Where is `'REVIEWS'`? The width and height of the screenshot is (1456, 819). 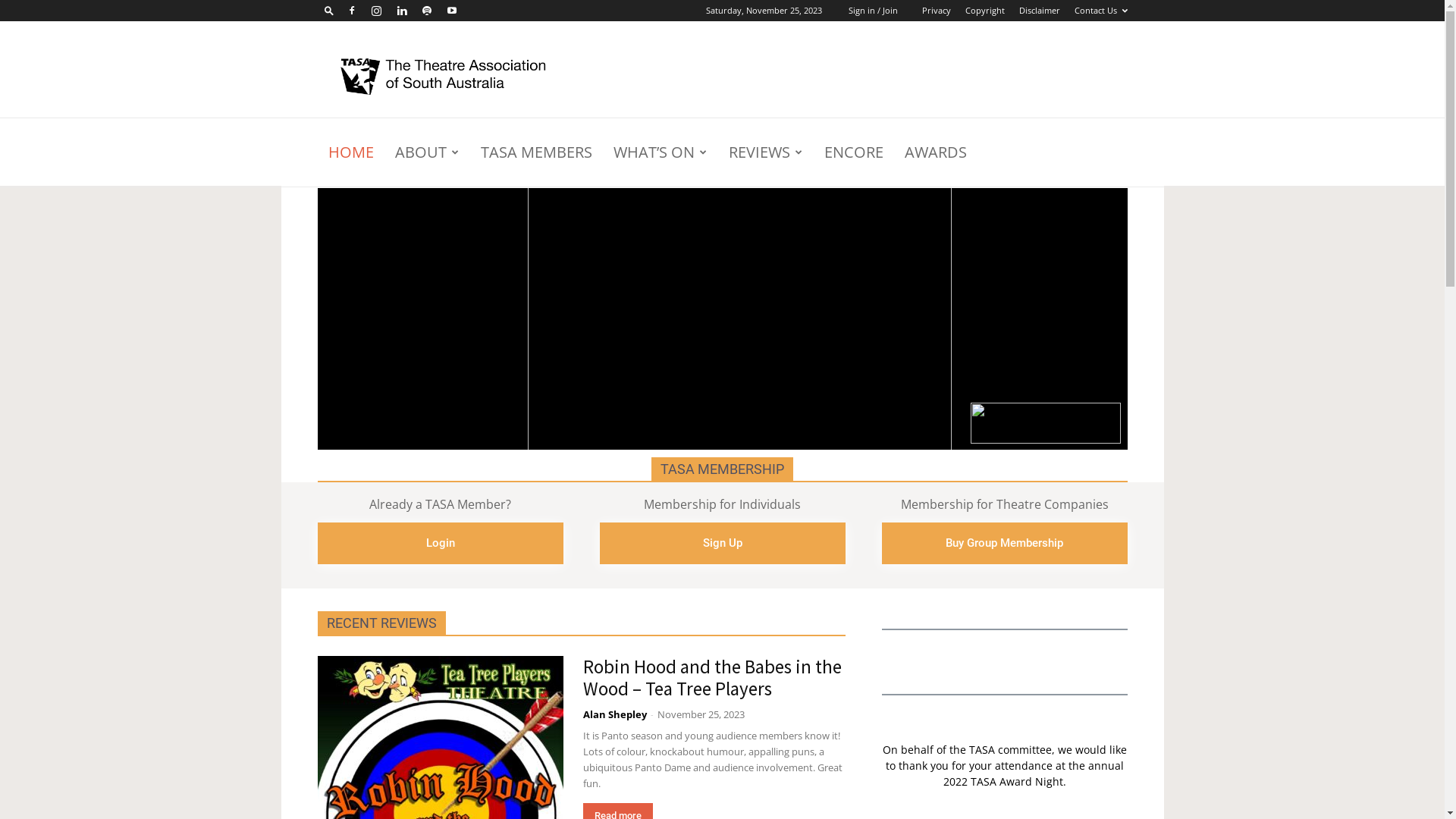 'REVIEWS' is located at coordinates (764, 152).